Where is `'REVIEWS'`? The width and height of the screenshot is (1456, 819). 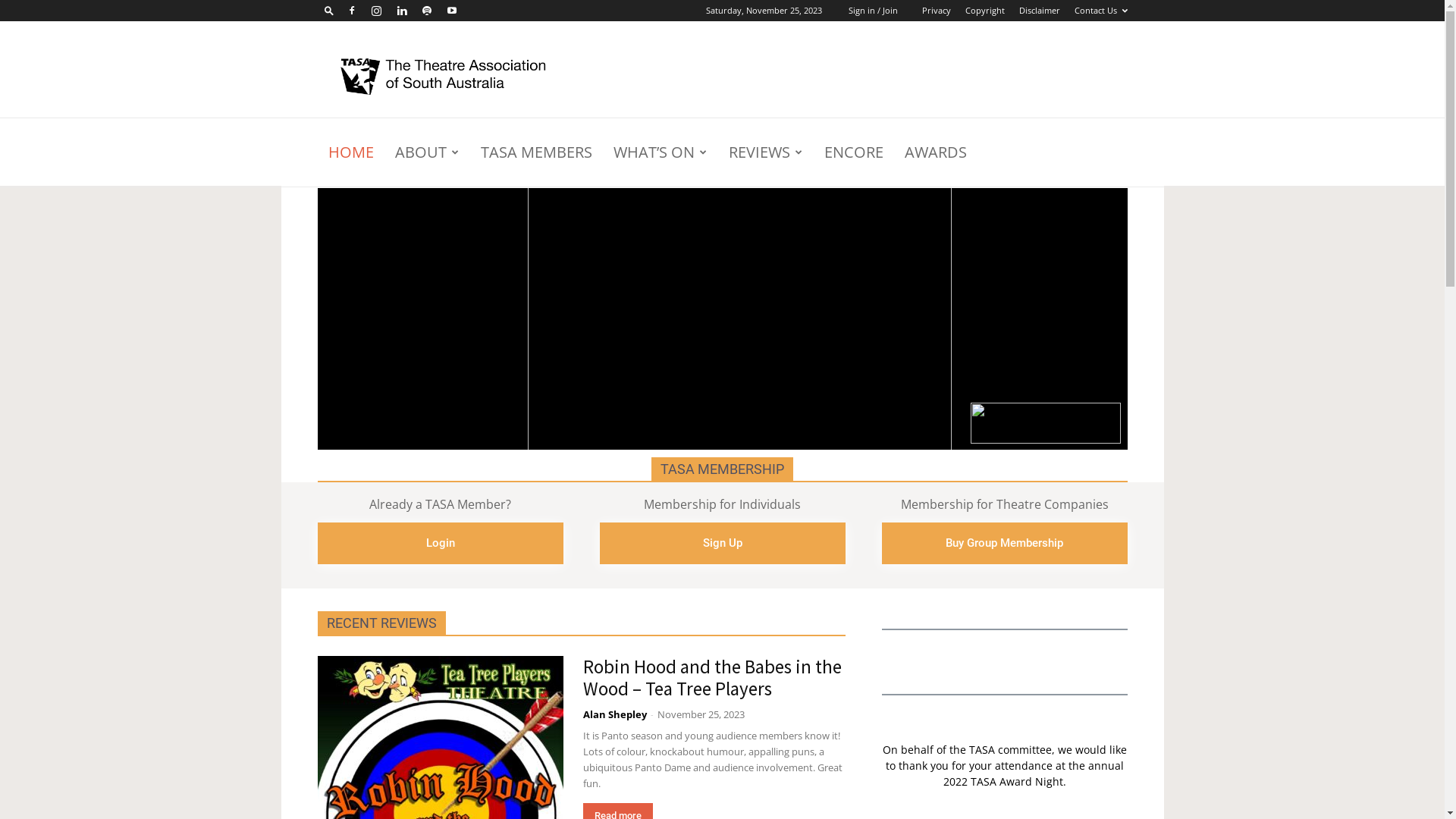 'REVIEWS' is located at coordinates (764, 152).